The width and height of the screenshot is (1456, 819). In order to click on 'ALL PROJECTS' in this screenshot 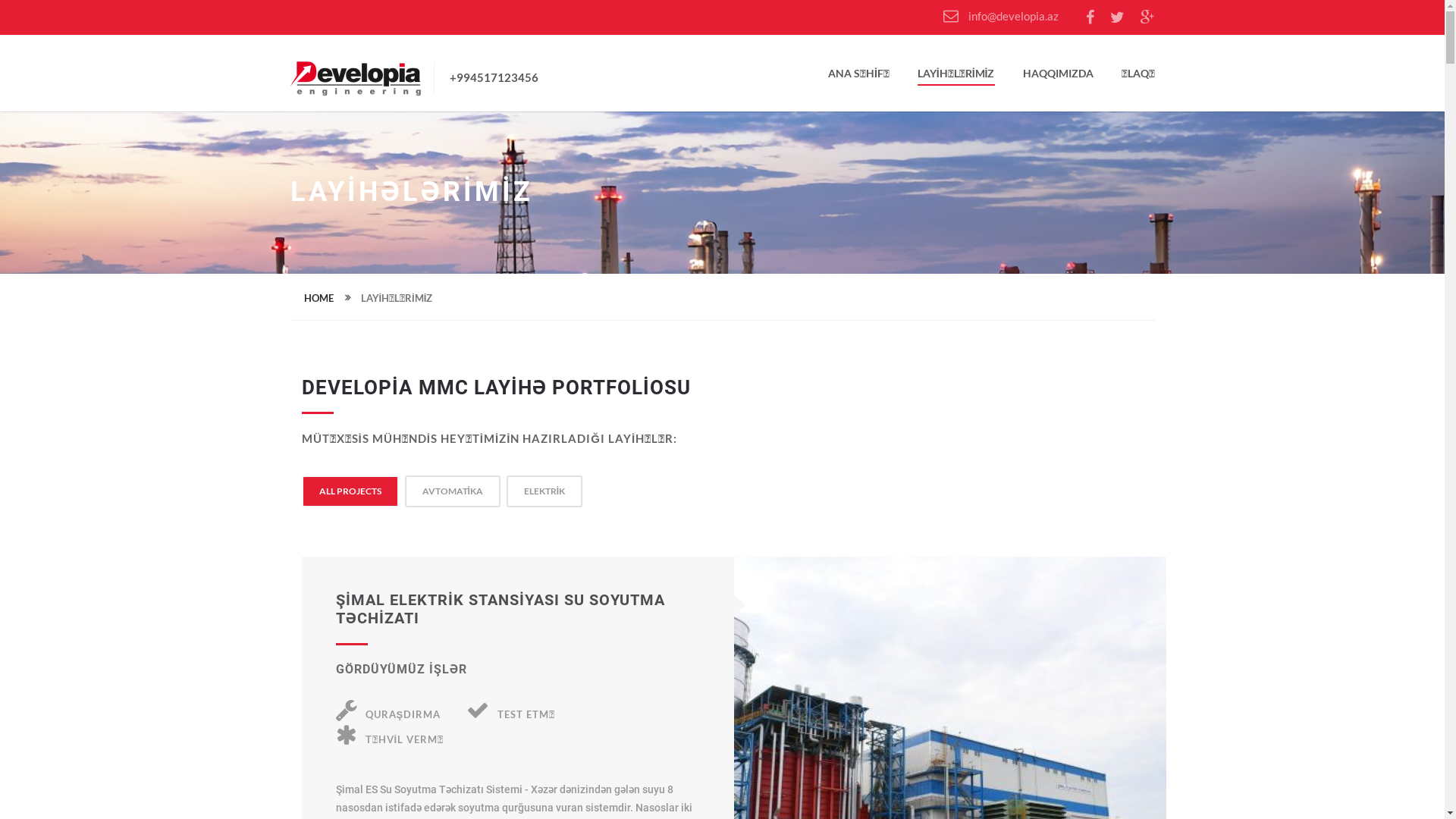, I will do `click(348, 491)`.